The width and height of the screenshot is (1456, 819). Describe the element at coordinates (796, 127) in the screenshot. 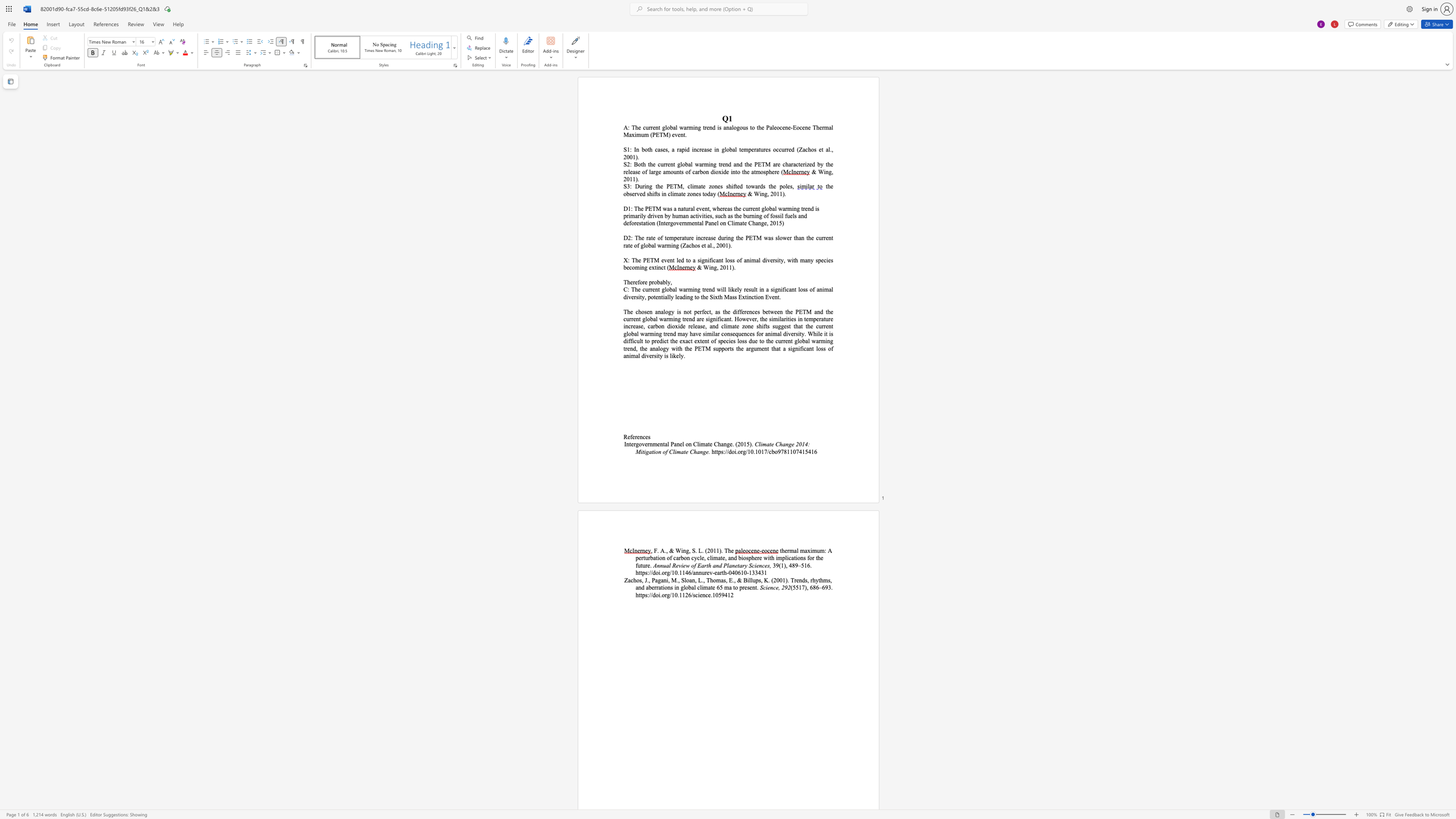

I see `the subset text "ocene Thermal M" within the text "A: The current global warming trend is analogous to the Paleocene-Eocene Thermal Maximum (PETM) event."` at that location.